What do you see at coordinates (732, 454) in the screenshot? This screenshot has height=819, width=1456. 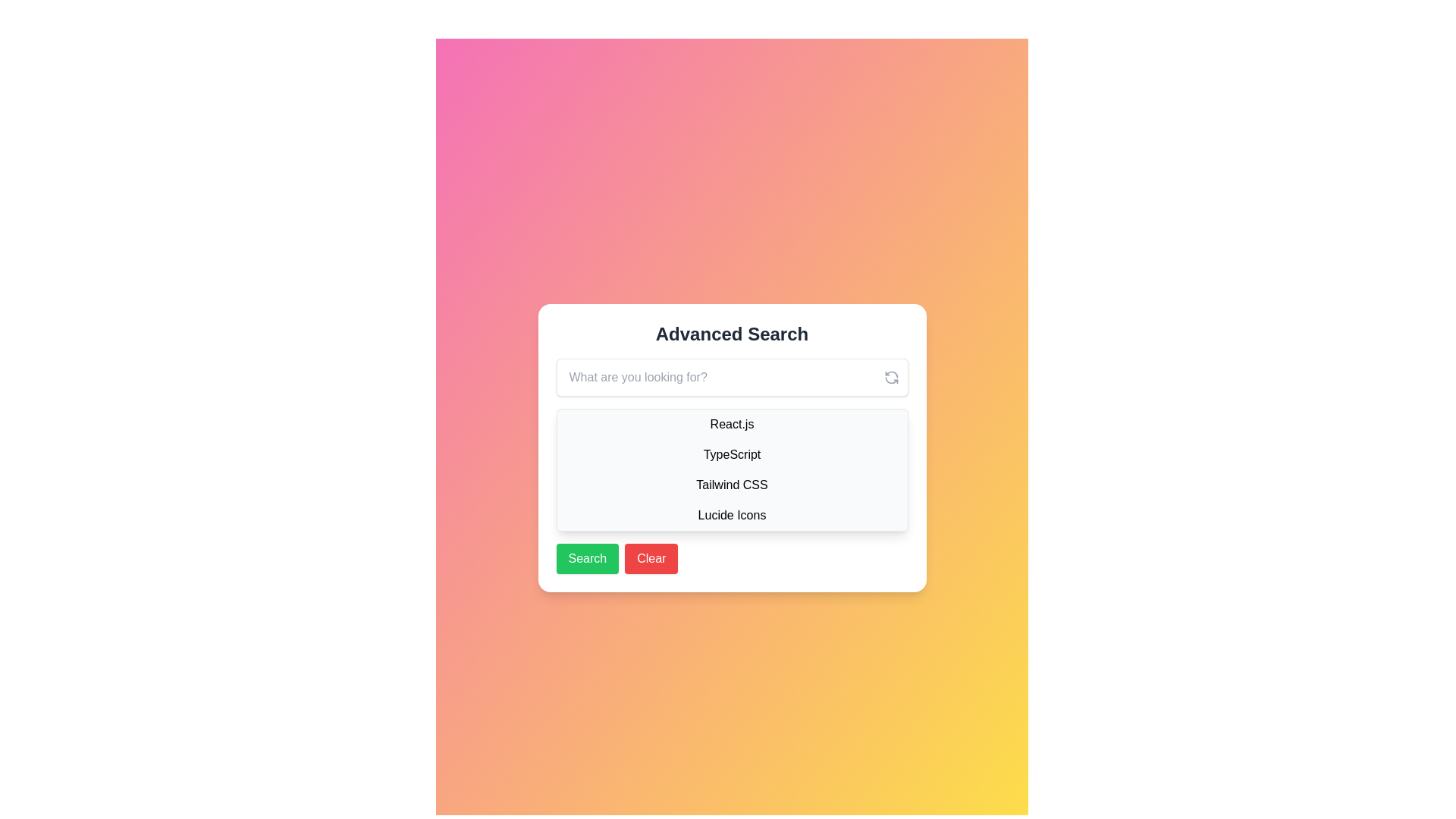 I see `to select the 'TypeScript' option from the dropdown menu, which is the second item in a vertical list of four options` at bounding box center [732, 454].